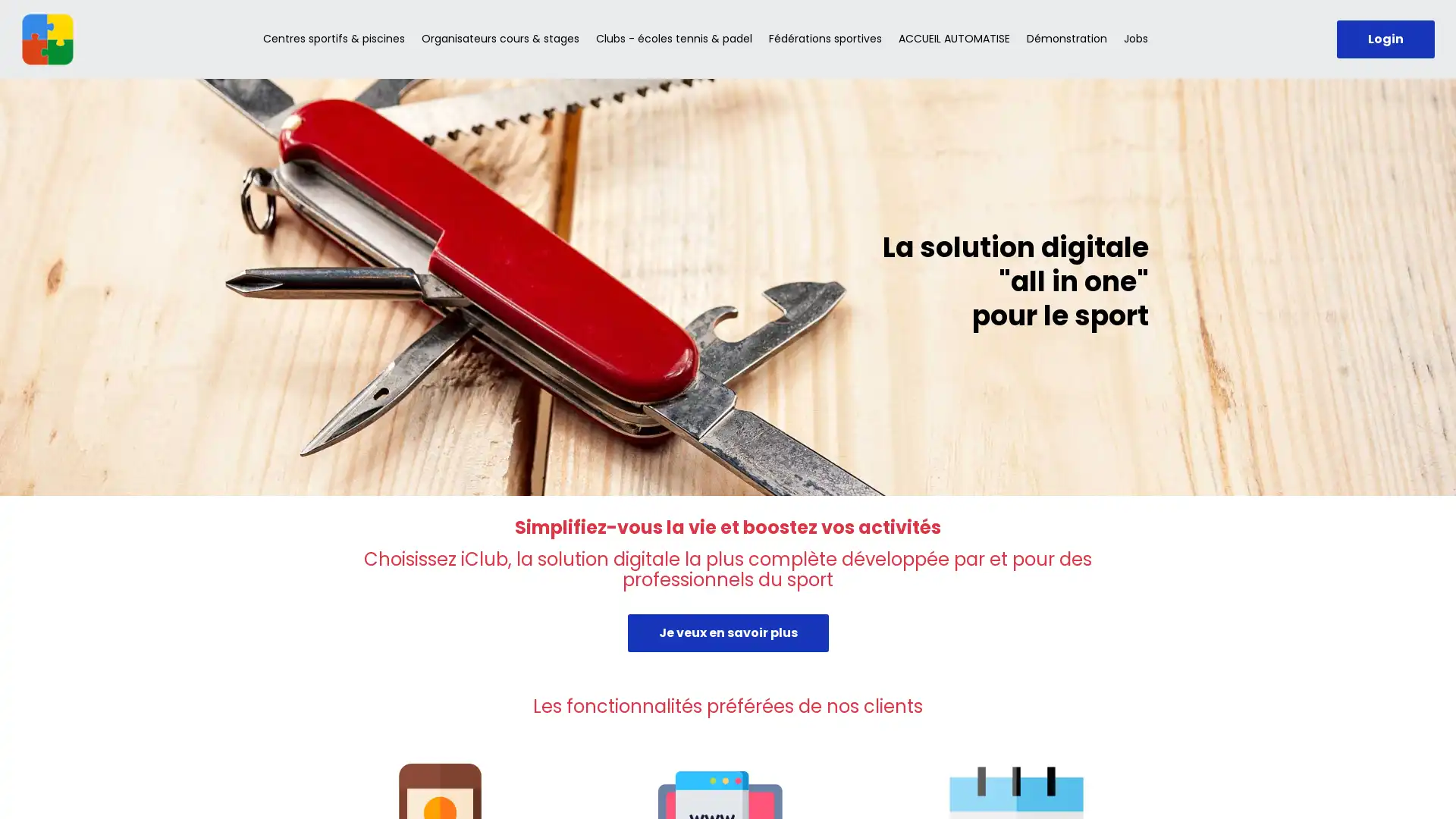  I want to click on Login, so click(1383, 38).